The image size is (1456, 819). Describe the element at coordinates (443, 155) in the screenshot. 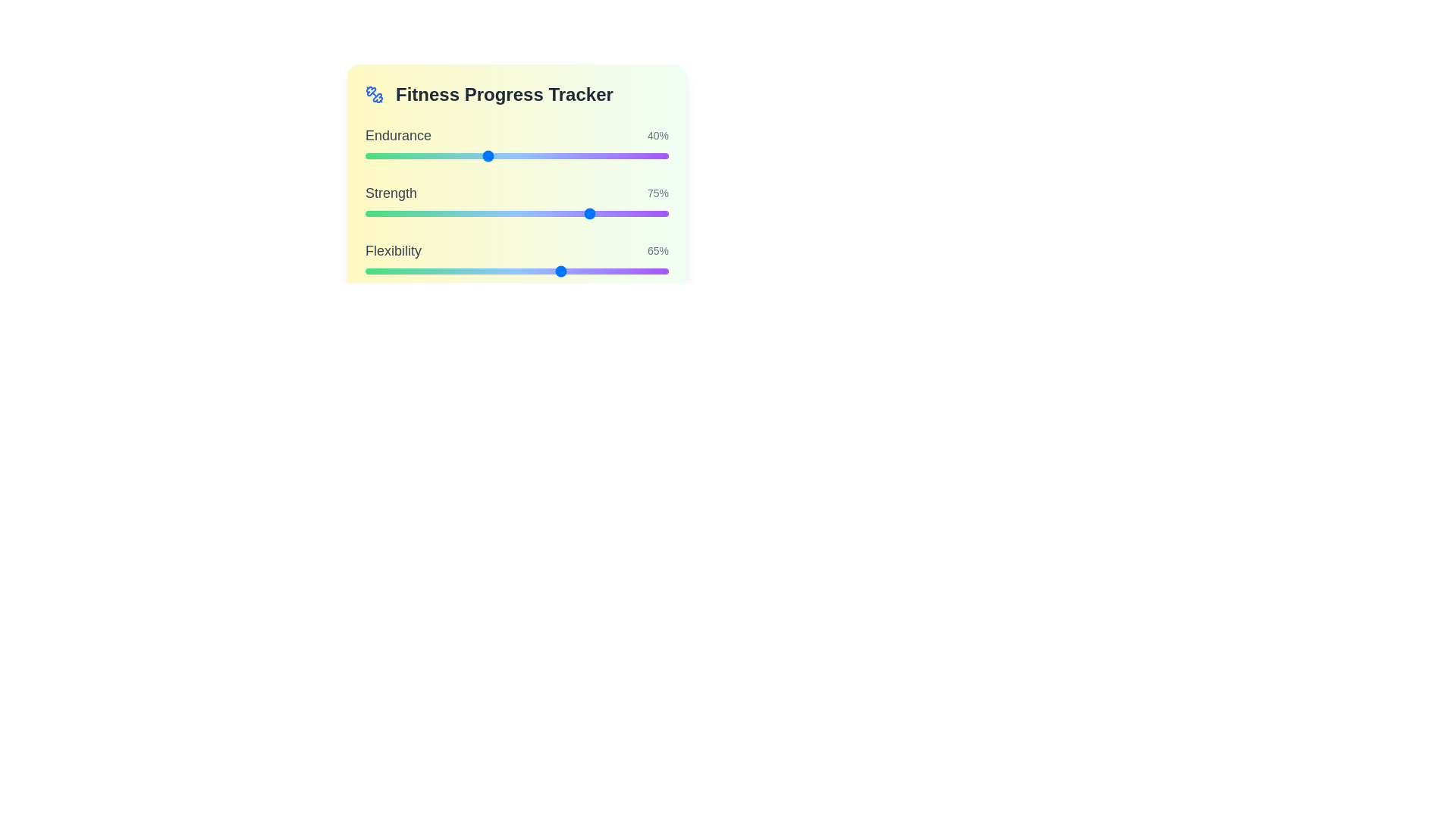

I see `the endurance value` at that location.